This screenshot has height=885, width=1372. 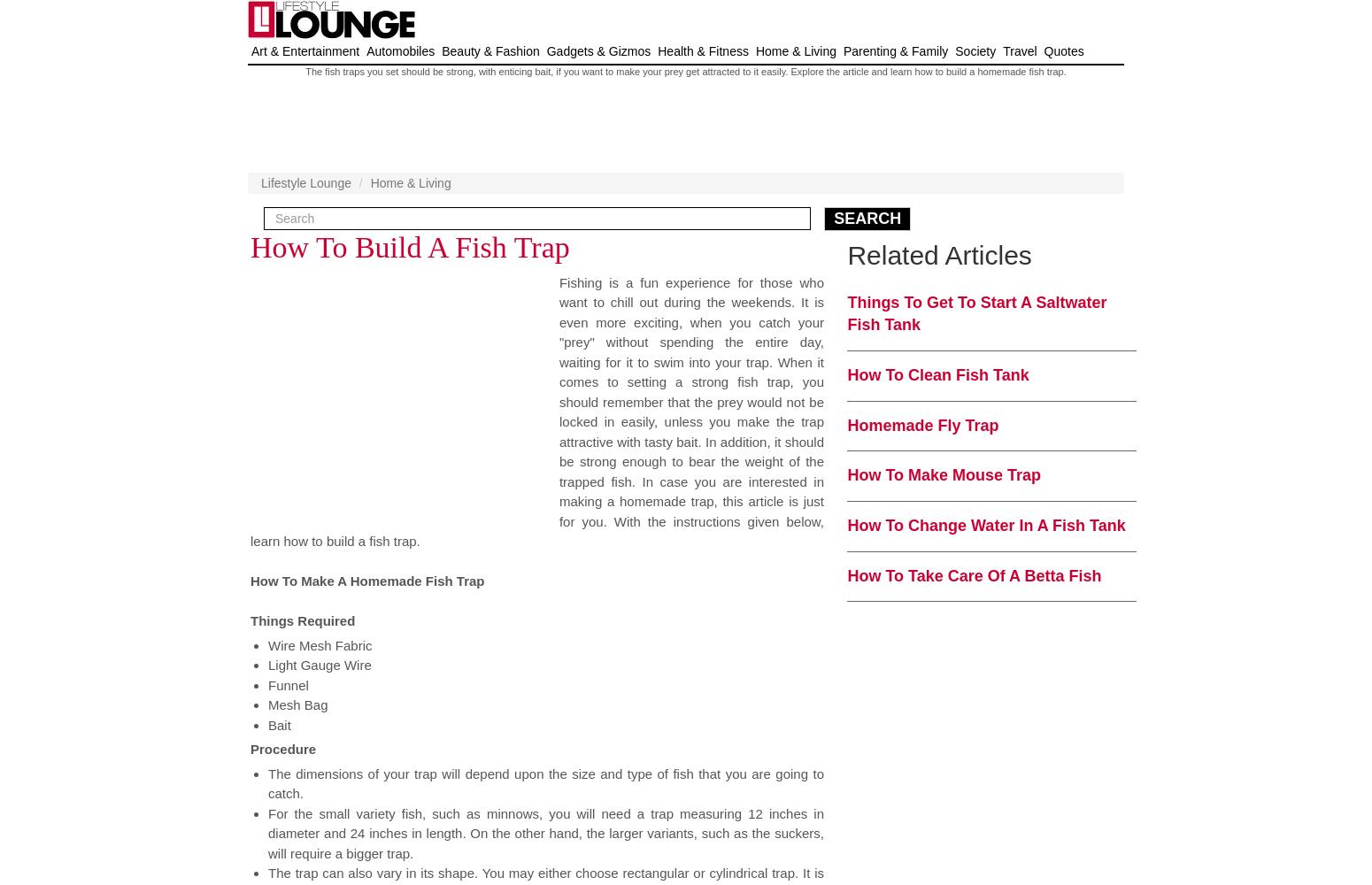 I want to click on 'Parenting & Family', so click(x=895, y=51).